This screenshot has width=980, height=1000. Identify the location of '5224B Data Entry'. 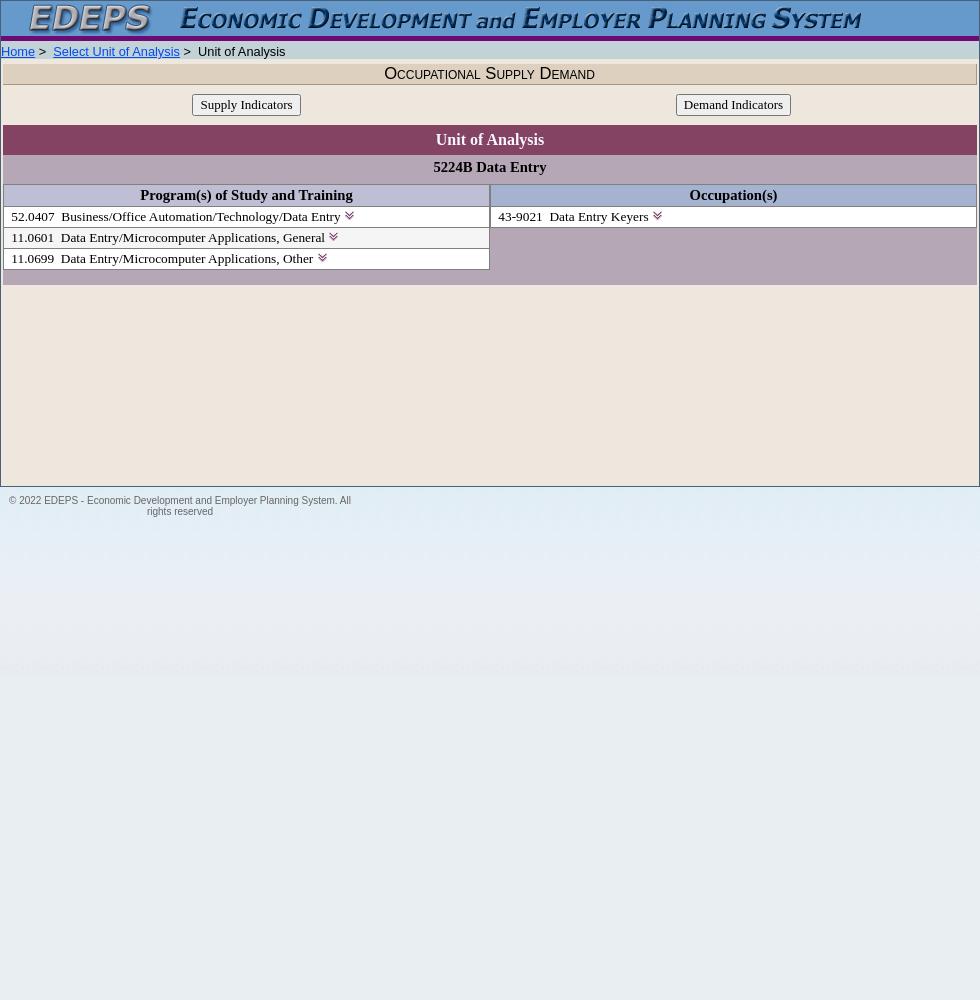
(489, 166).